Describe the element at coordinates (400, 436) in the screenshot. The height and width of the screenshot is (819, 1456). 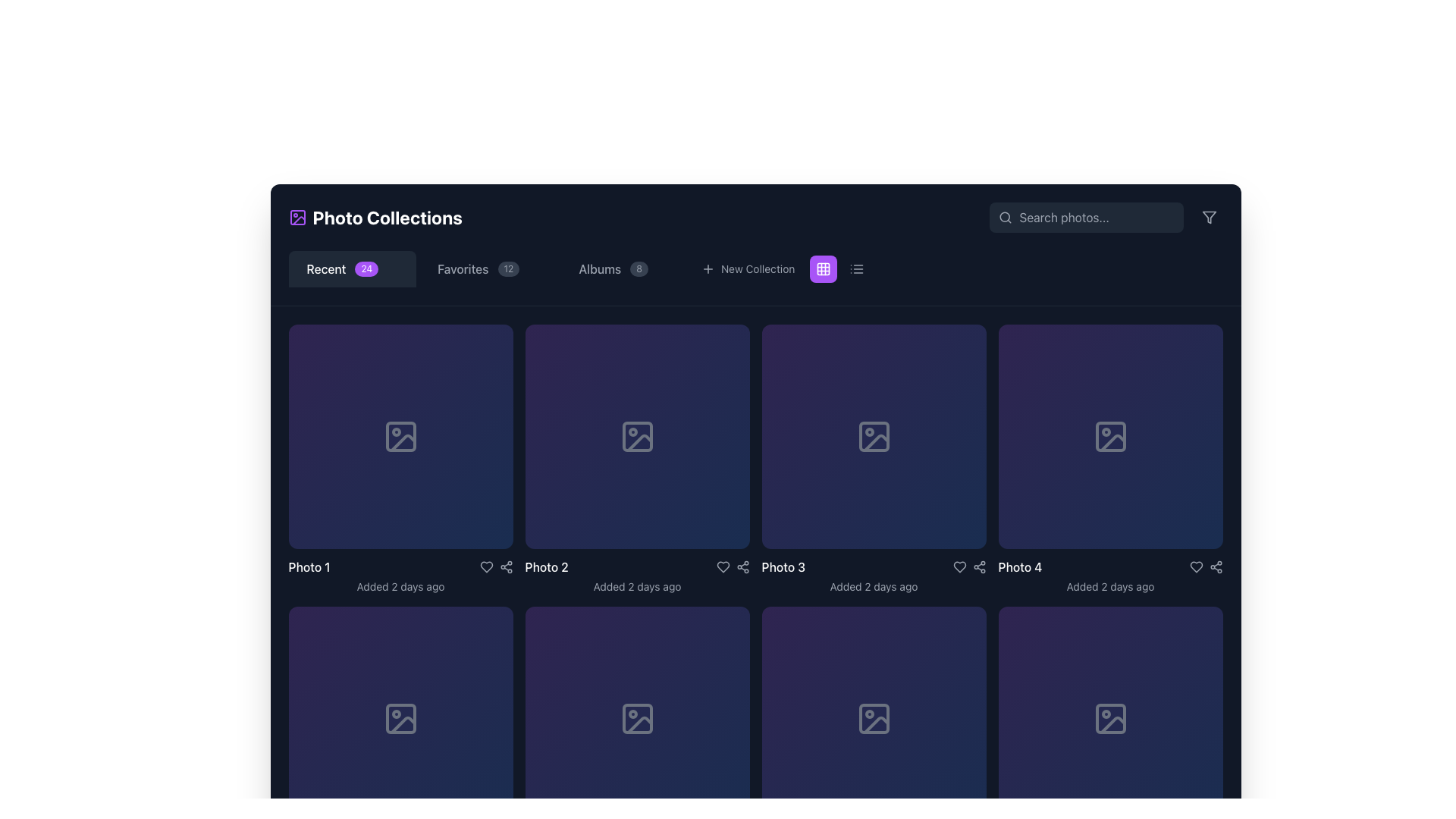
I see `the download icon button located centrally in the upper-middle area of the highlighted card` at that location.